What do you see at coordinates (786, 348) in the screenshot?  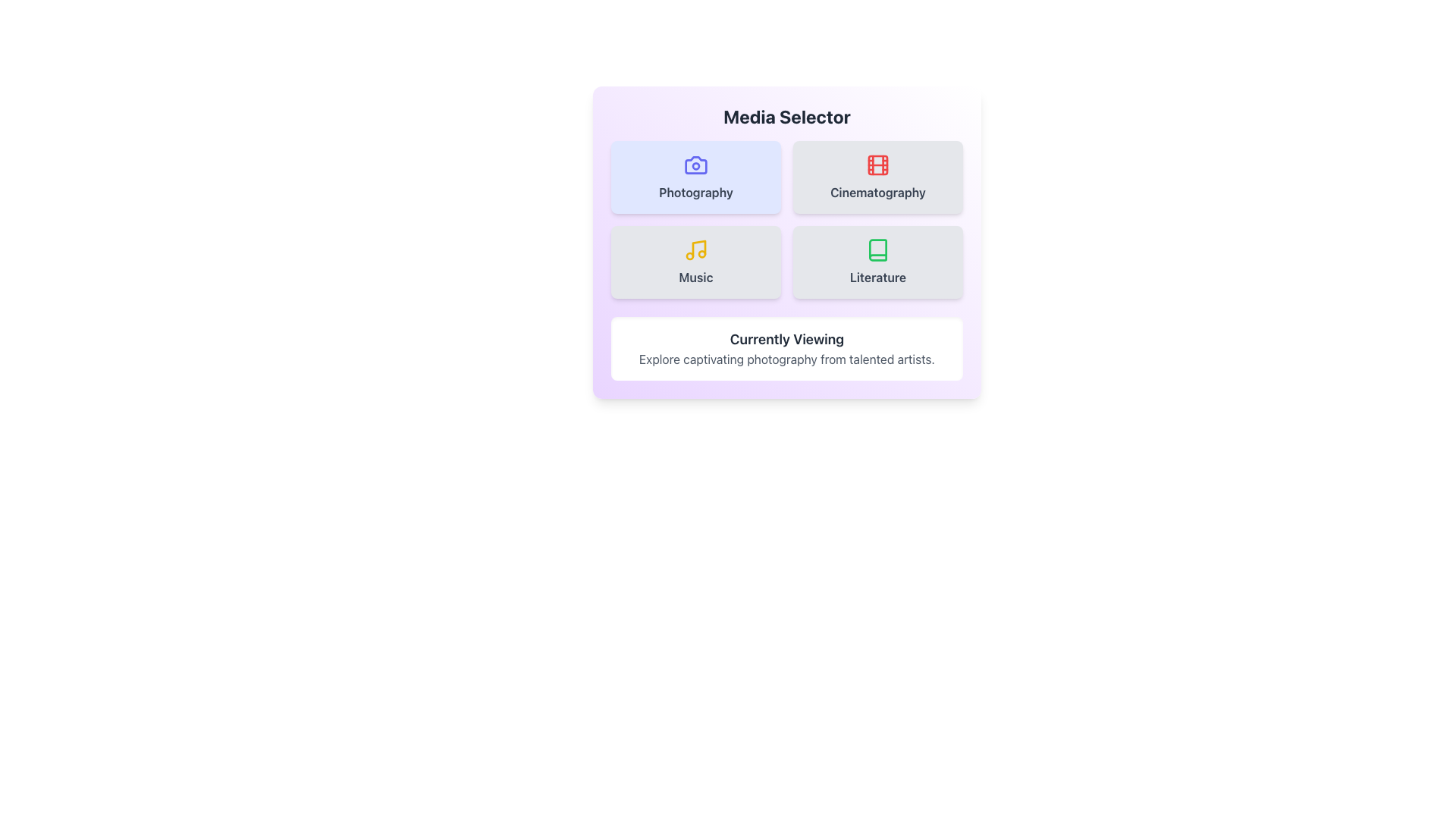 I see `the Informational Text Block located at the bottom section of the Media Selector interface, which shows the currently selected category and its description` at bounding box center [786, 348].